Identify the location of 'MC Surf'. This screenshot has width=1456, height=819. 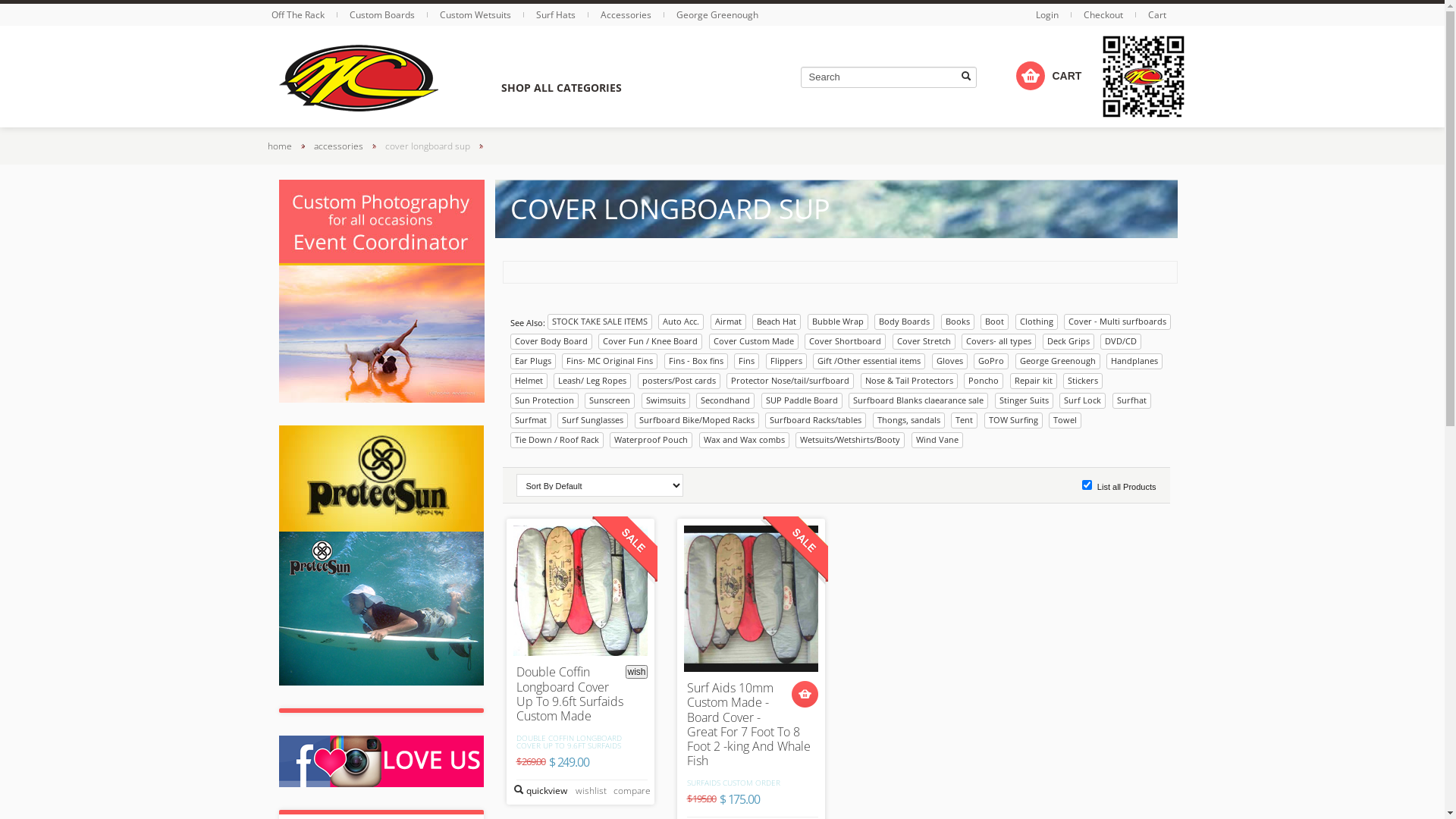
(358, 76).